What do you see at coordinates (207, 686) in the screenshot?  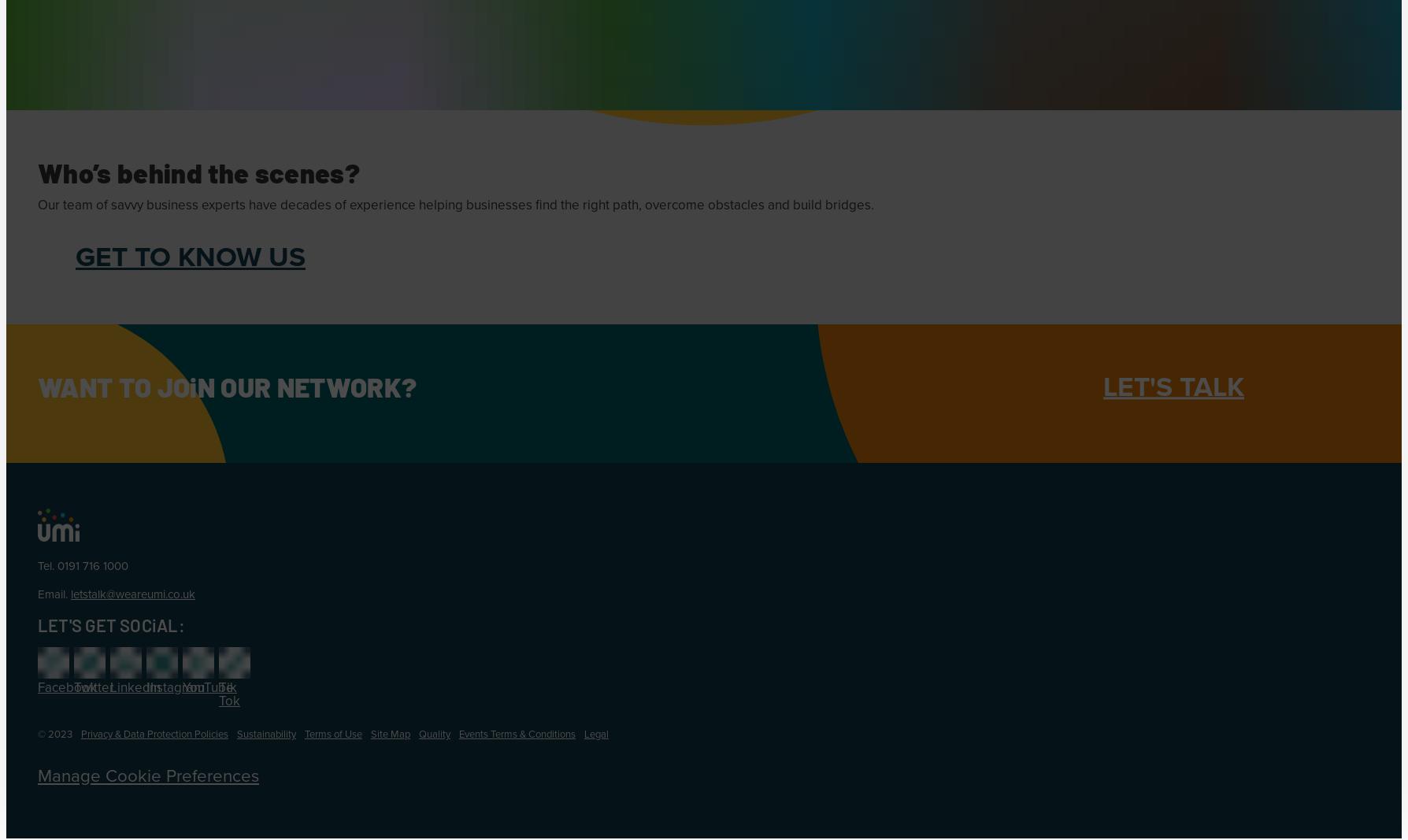 I see `'YouTube'` at bounding box center [207, 686].